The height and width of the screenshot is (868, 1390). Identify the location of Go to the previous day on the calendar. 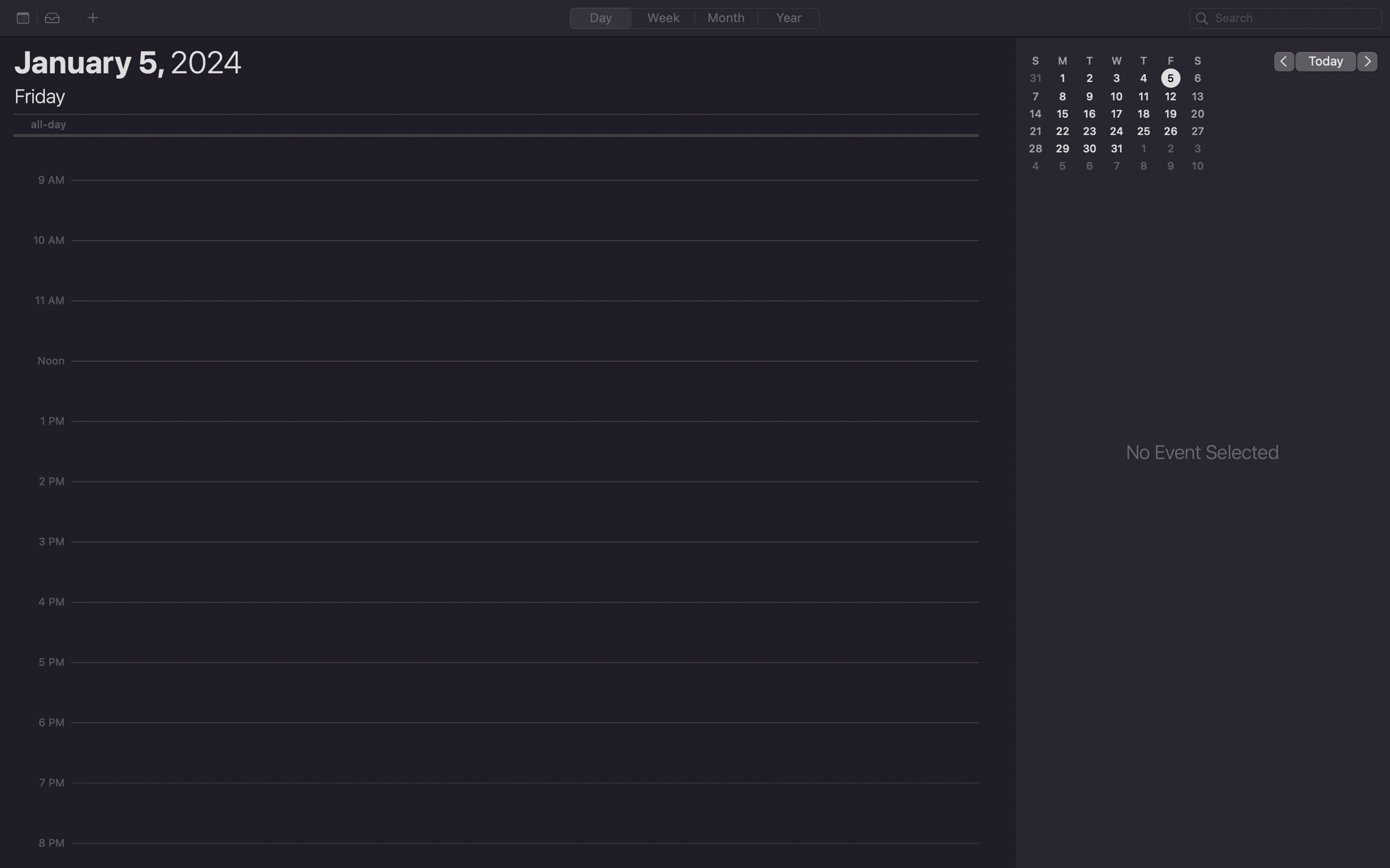
(1283, 60).